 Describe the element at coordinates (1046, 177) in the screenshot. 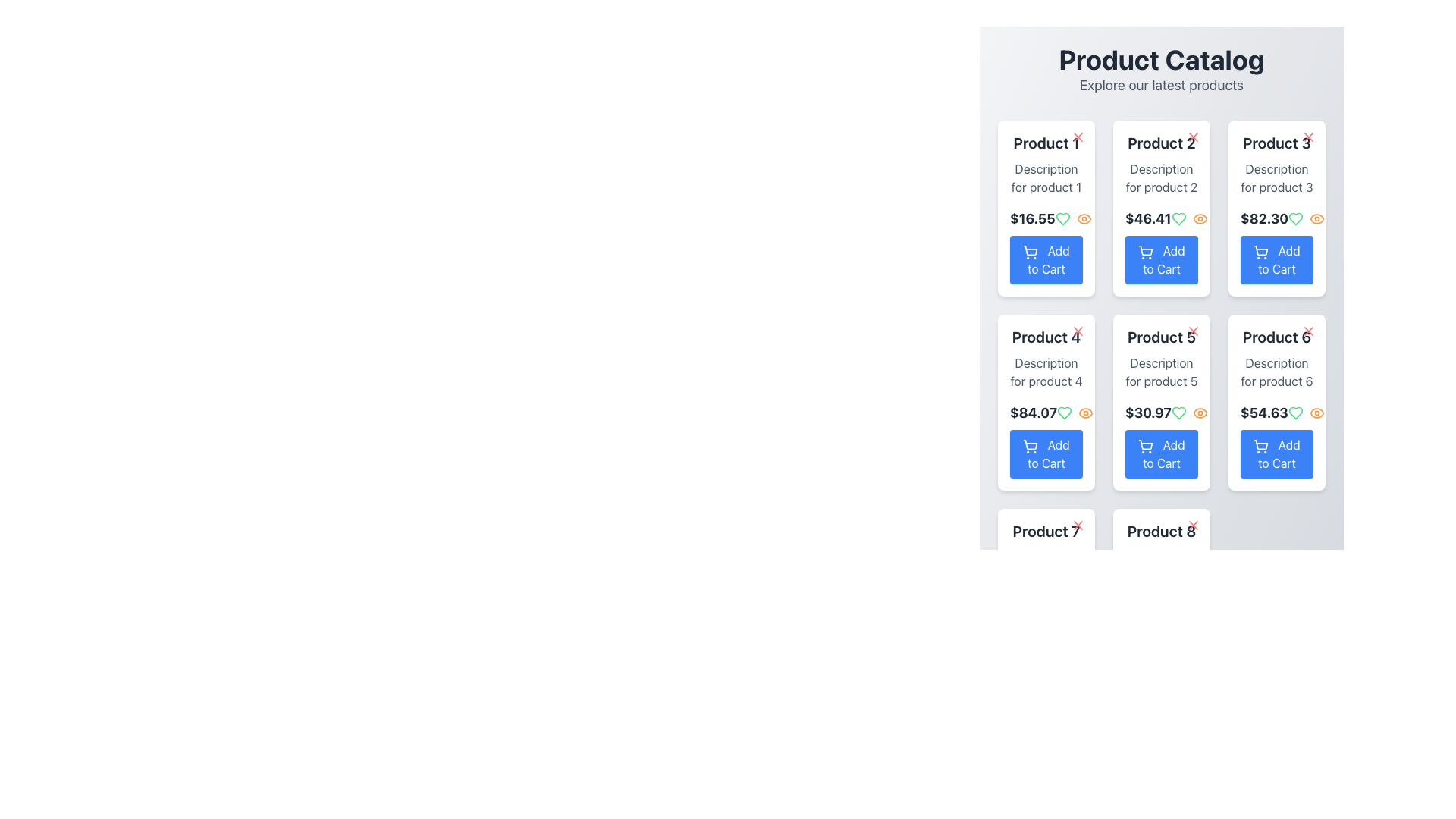

I see `the non-editable text field that provides descriptive information about 'Product 1', located beneath the title and above the price and action button in the product card` at that location.